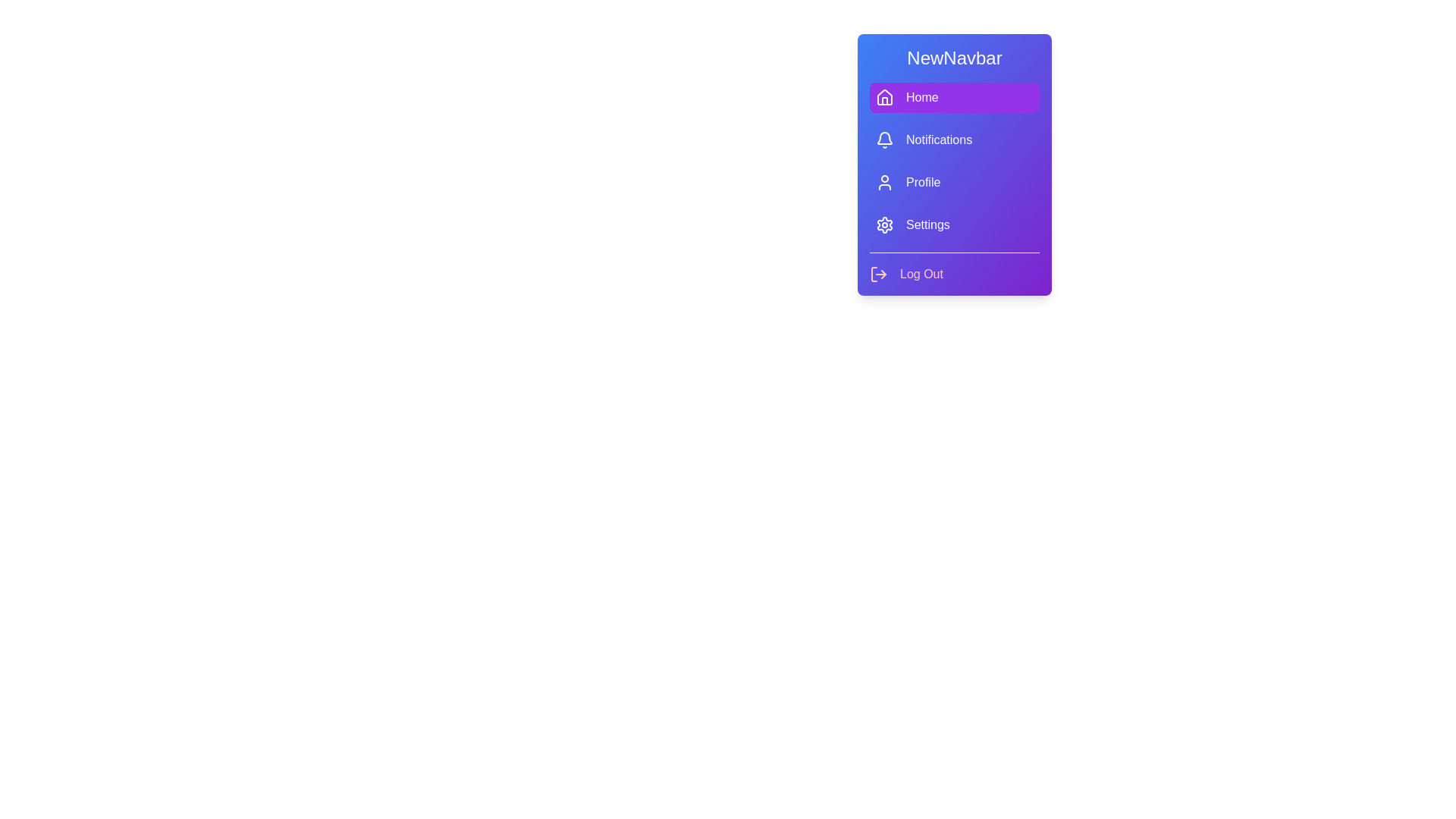 The width and height of the screenshot is (1456, 819). Describe the element at coordinates (884, 225) in the screenshot. I see `the cogwheel-shaped icon associated with settings, which is located in the navigation menu of the 'Settings' section` at that location.